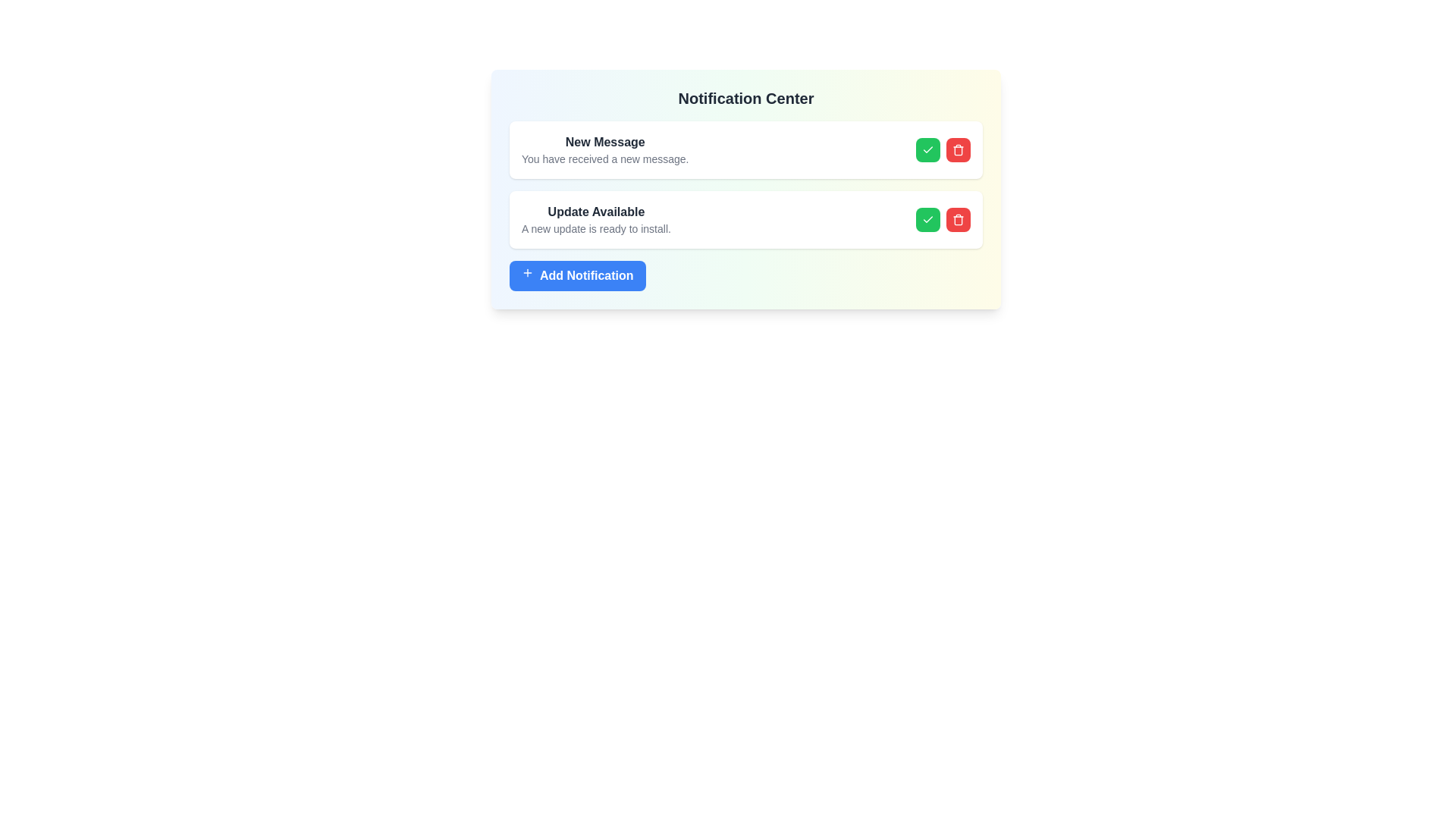 The width and height of the screenshot is (1456, 819). What do you see at coordinates (927, 149) in the screenshot?
I see `the leftmost button in the horizontal arrangement on the right side of the 'New Message' notification card to acknowledge the notification` at bounding box center [927, 149].